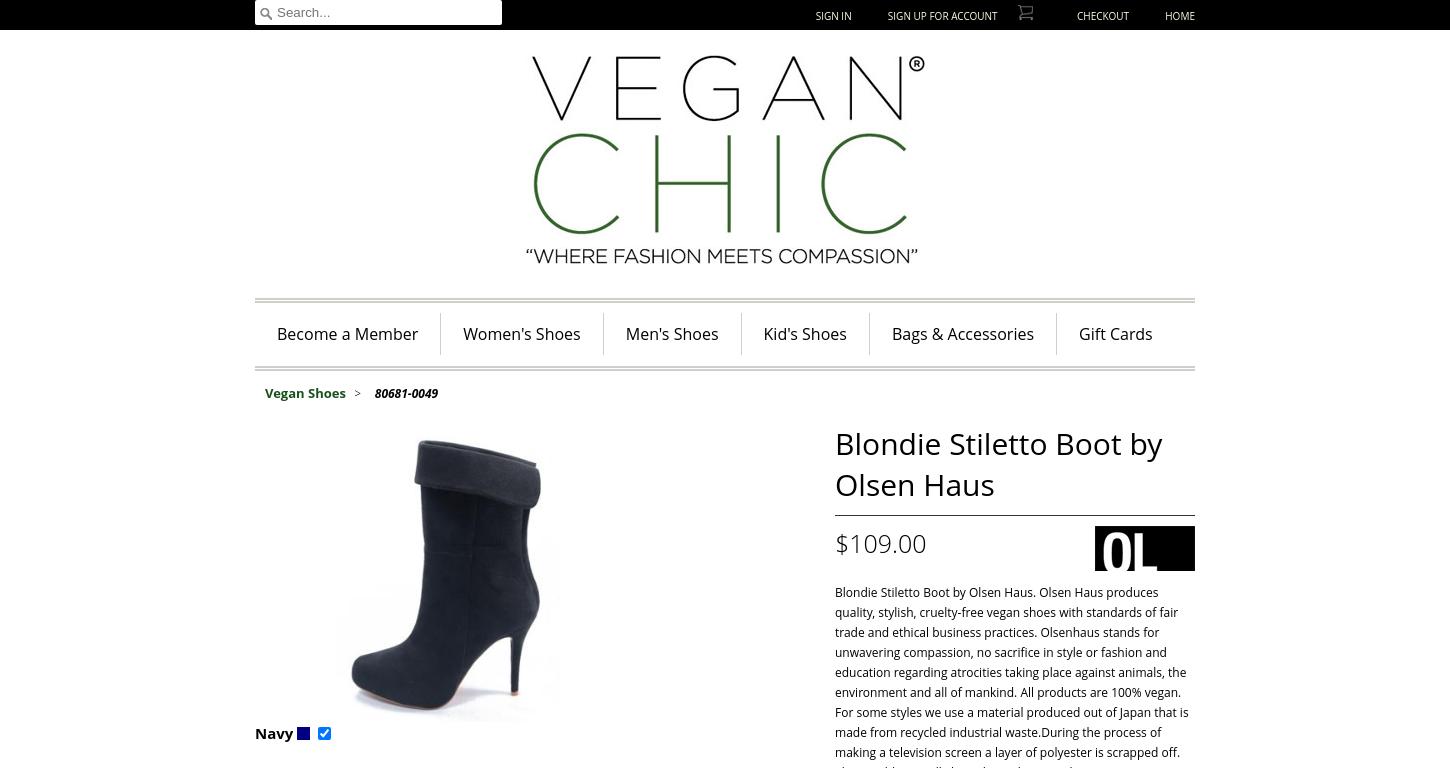 Image resolution: width=1450 pixels, height=768 pixels. I want to click on '$109.00', so click(879, 541).